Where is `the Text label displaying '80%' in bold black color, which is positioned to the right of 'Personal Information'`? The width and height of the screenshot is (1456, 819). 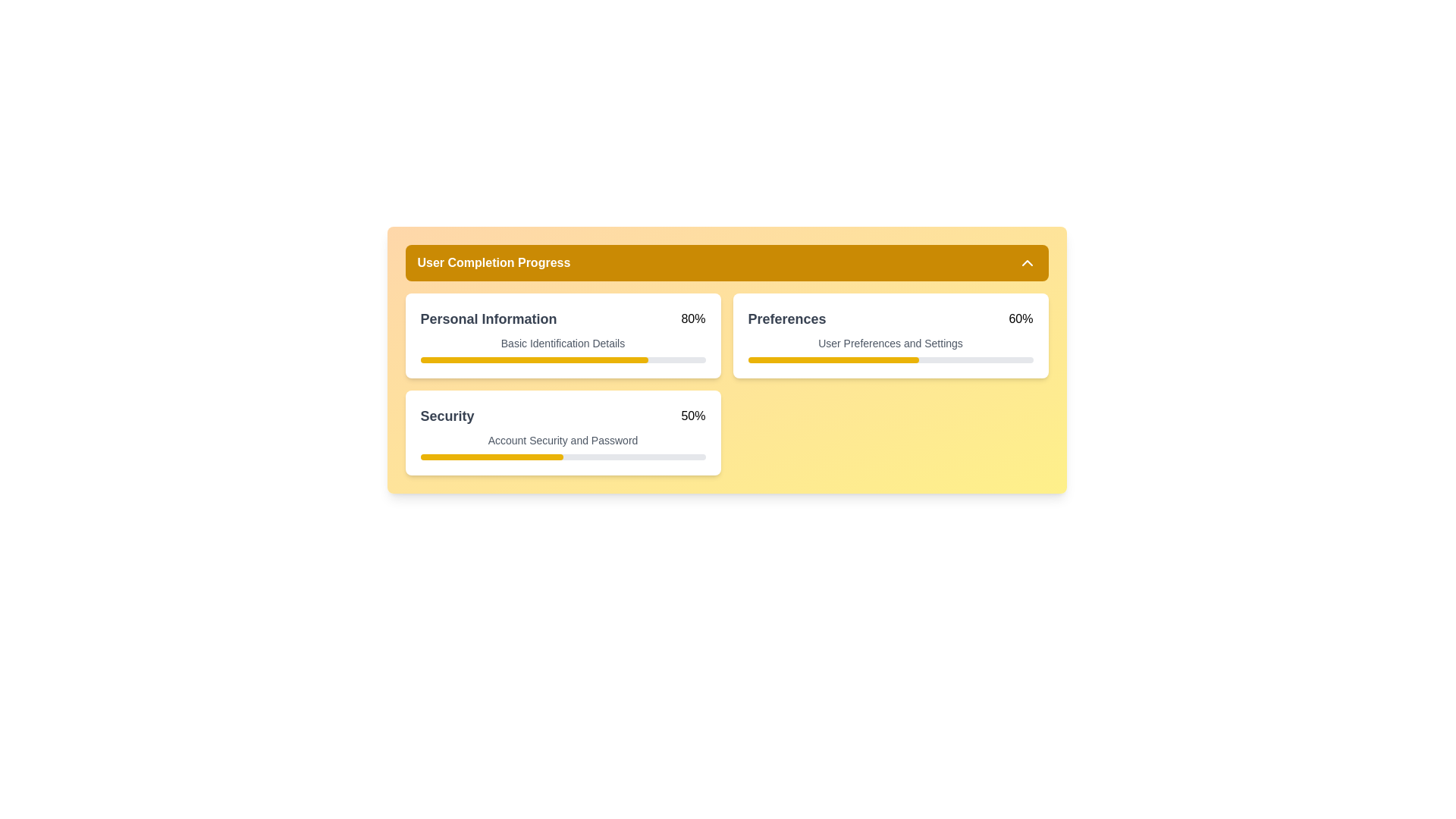 the Text label displaying '80%' in bold black color, which is positioned to the right of 'Personal Information' is located at coordinates (692, 318).